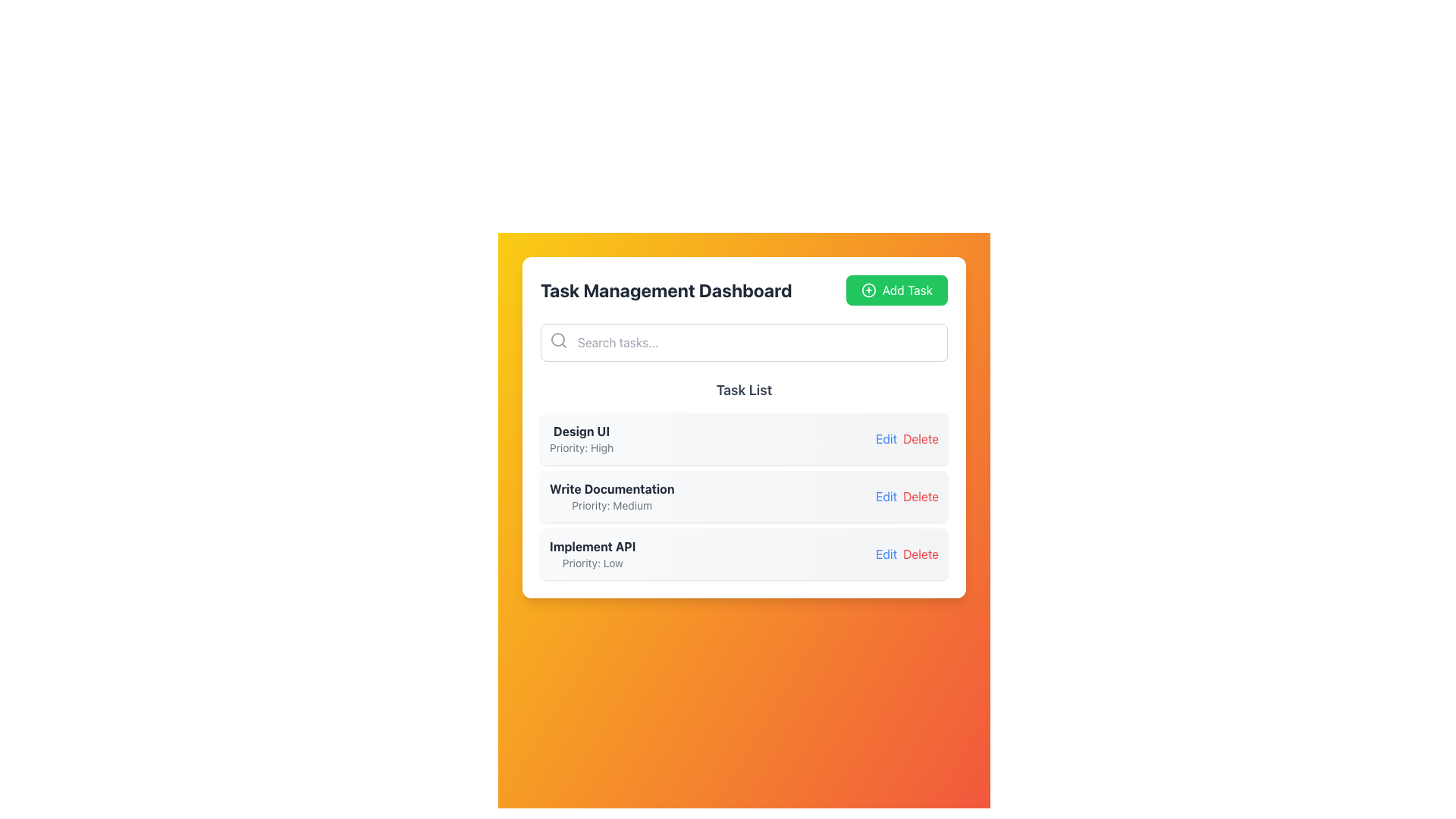 The image size is (1456, 819). What do you see at coordinates (557, 338) in the screenshot?
I see `the circular outline of the magnifying glass icon located in the leftmost area of the search bar` at bounding box center [557, 338].